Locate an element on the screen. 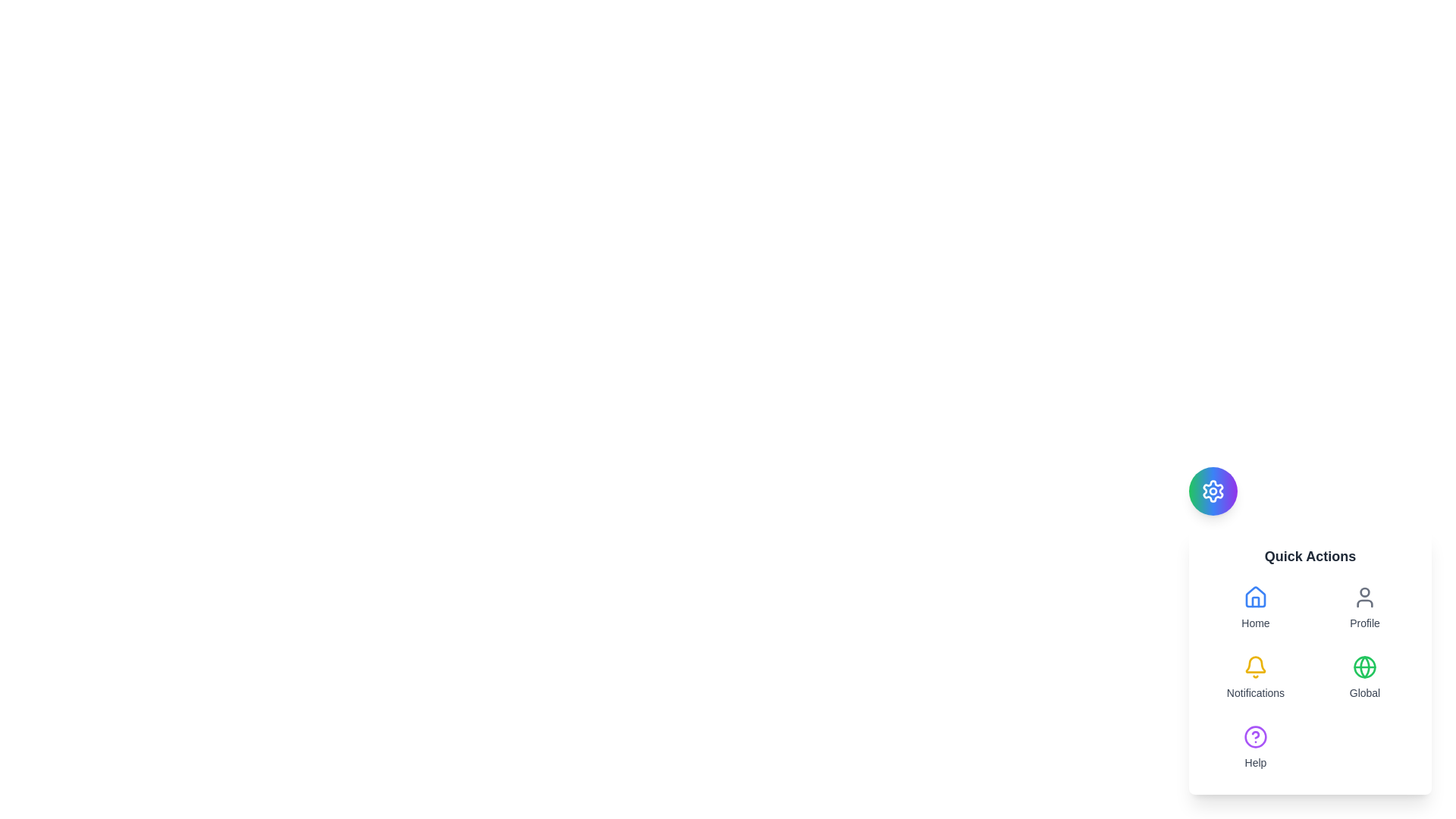  the 'Quick Actions' grid layout element is located at coordinates (1310, 631).